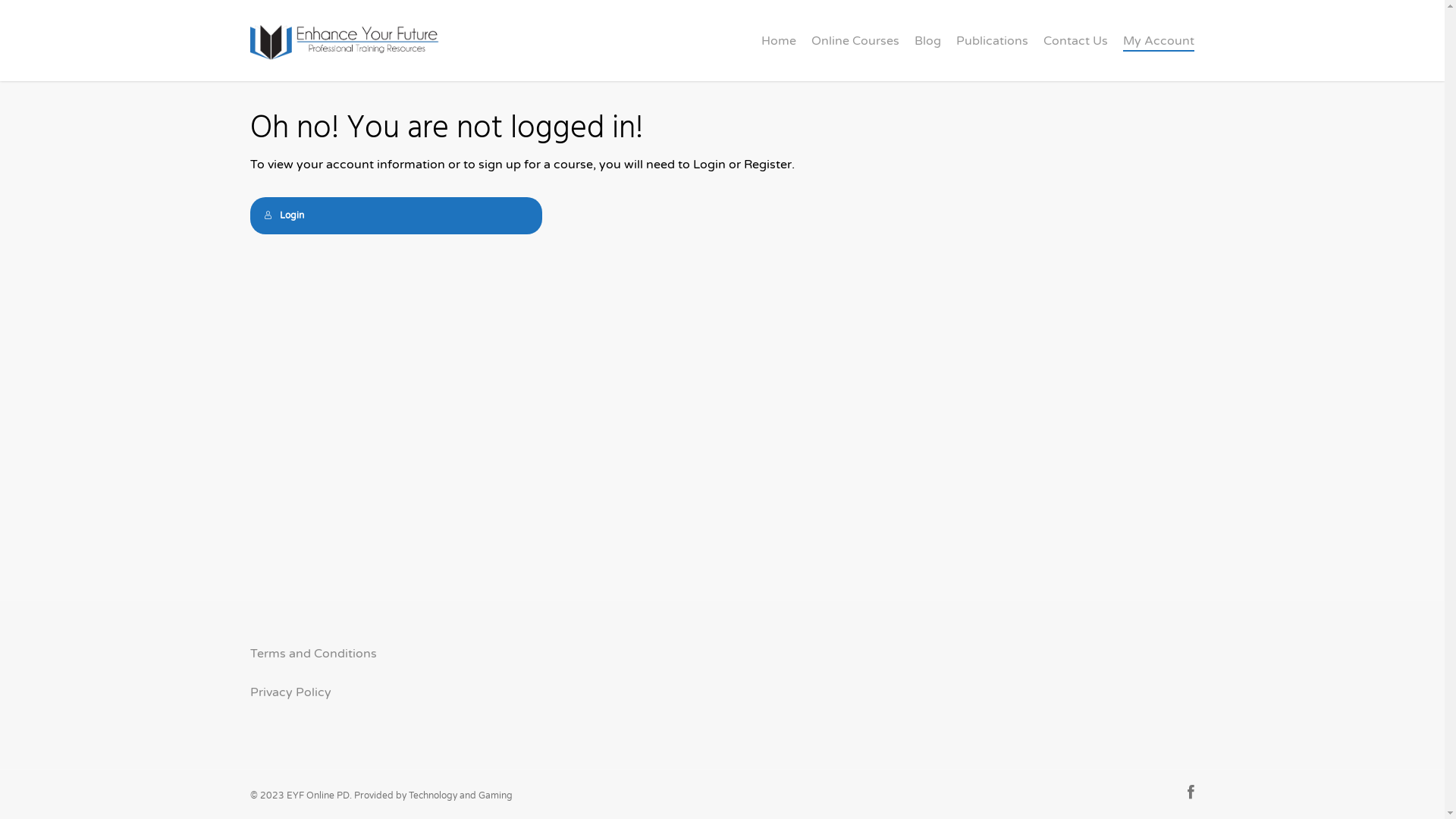 The width and height of the screenshot is (1456, 819). What do you see at coordinates (779, 40) in the screenshot?
I see `'Home'` at bounding box center [779, 40].